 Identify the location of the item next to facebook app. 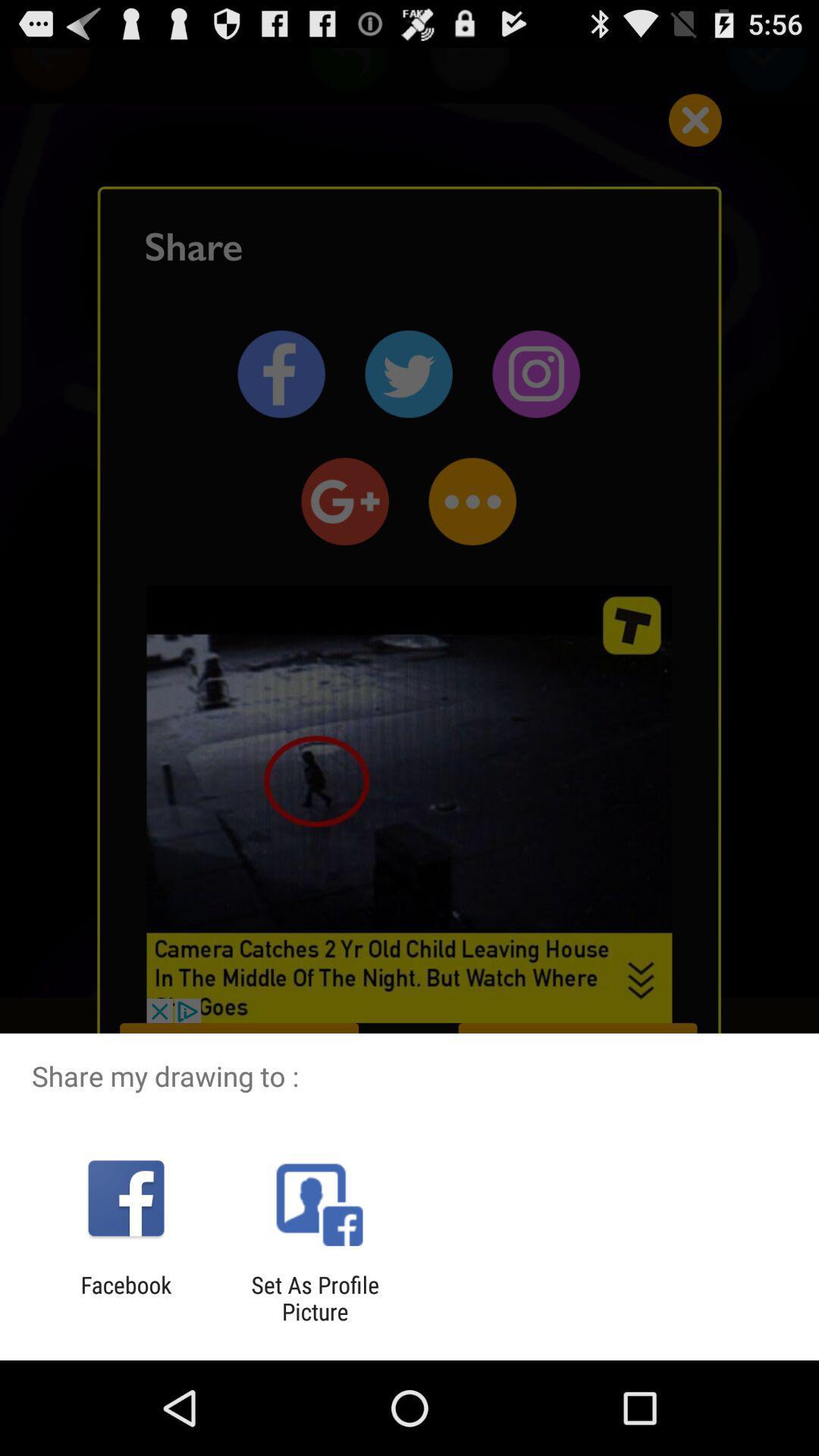
(314, 1298).